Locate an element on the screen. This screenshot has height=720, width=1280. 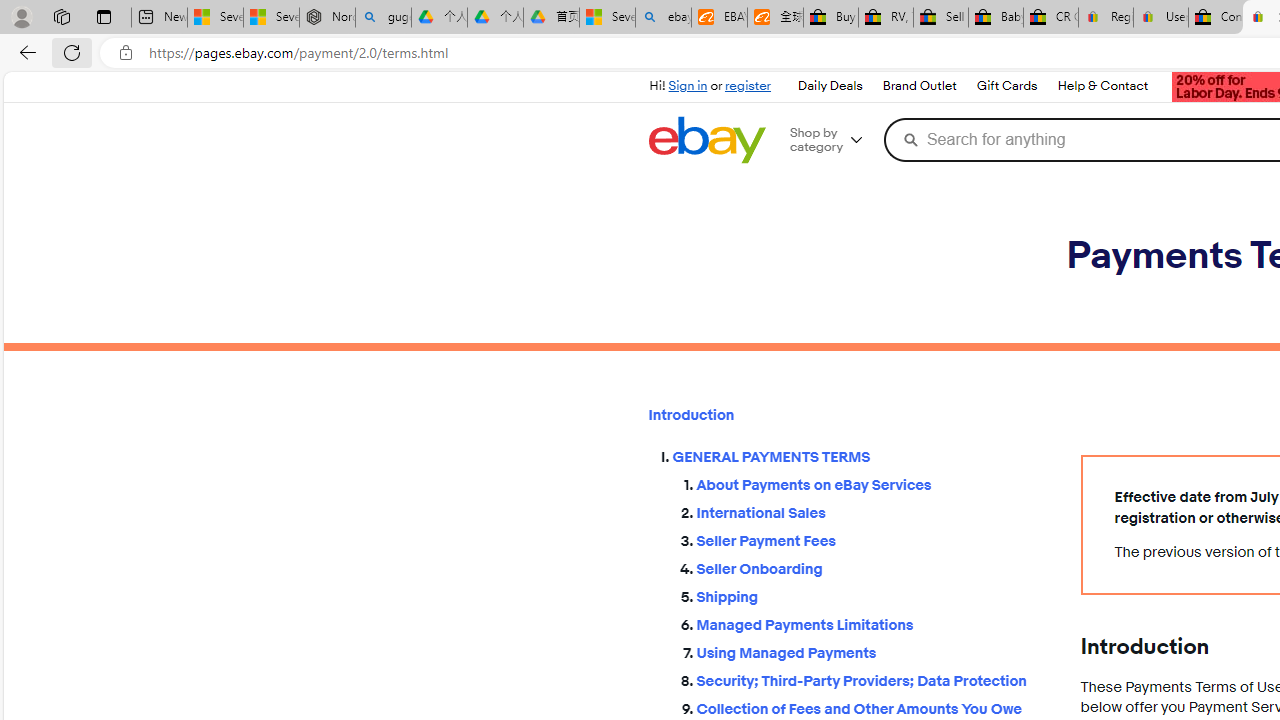
'Help & Contact' is located at coordinates (1101, 85).